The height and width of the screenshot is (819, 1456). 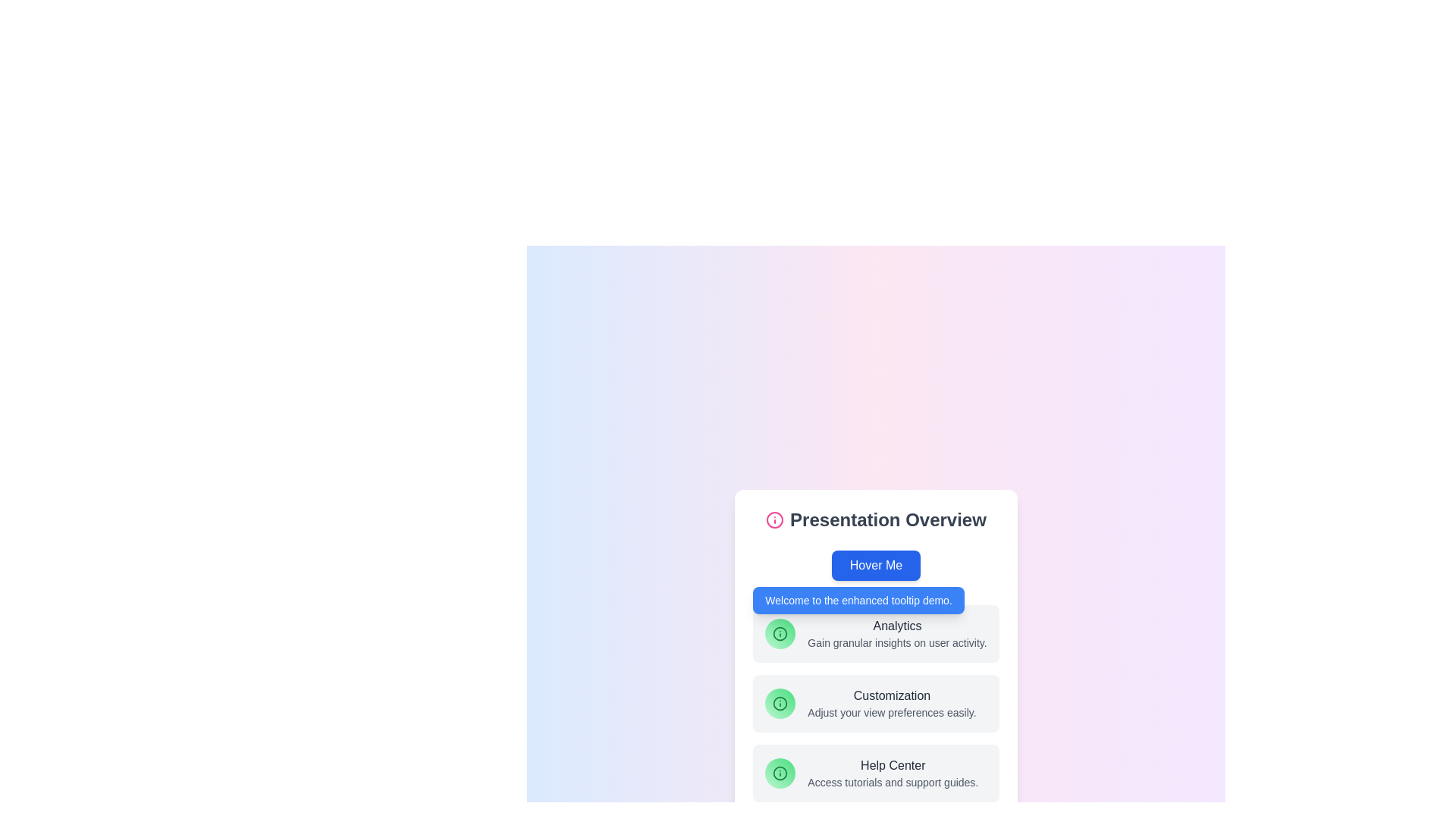 I want to click on the gray text label reading 'Access tutorials and support guides' located below the 'Help Center' text in the Help Center group, so click(x=893, y=783).